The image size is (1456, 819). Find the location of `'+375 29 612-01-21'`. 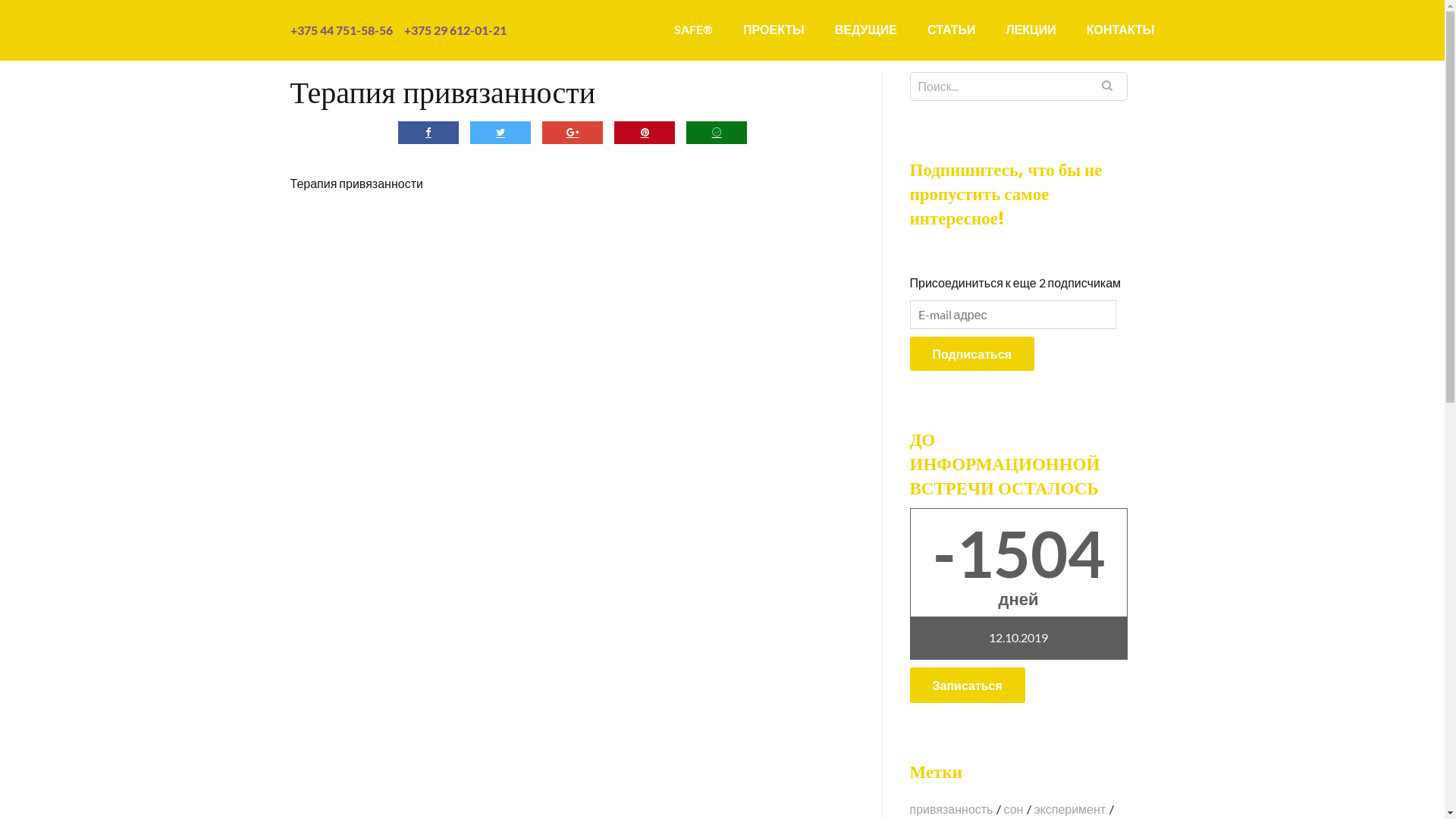

'+375 29 612-01-21' is located at coordinates (453, 30).